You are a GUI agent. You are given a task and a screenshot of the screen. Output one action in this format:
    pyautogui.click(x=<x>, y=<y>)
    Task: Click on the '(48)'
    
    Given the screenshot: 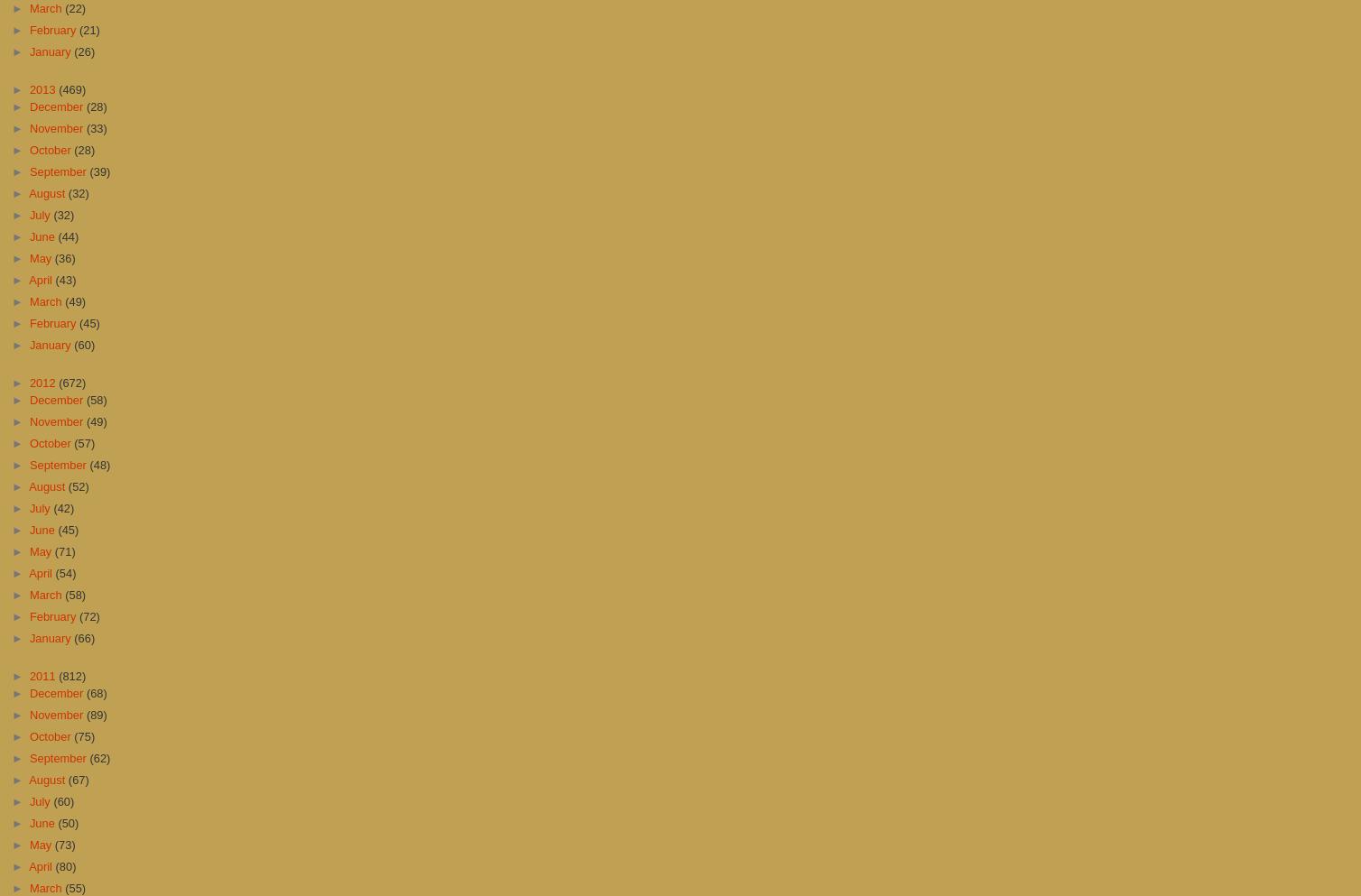 What is the action you would take?
    pyautogui.click(x=88, y=465)
    